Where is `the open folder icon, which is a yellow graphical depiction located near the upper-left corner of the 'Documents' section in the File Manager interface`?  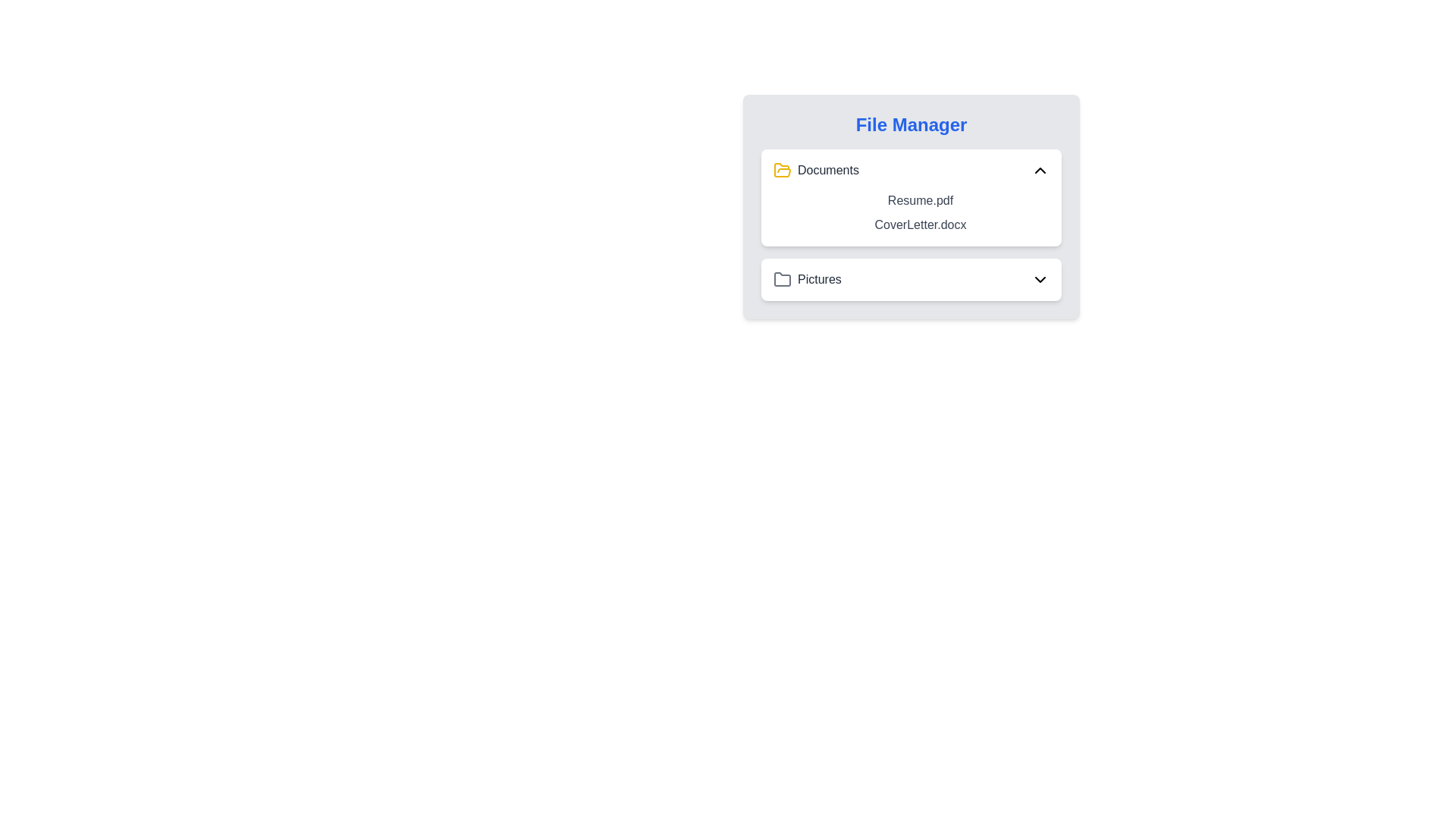 the open folder icon, which is a yellow graphical depiction located near the upper-left corner of the 'Documents' section in the File Manager interface is located at coordinates (783, 170).